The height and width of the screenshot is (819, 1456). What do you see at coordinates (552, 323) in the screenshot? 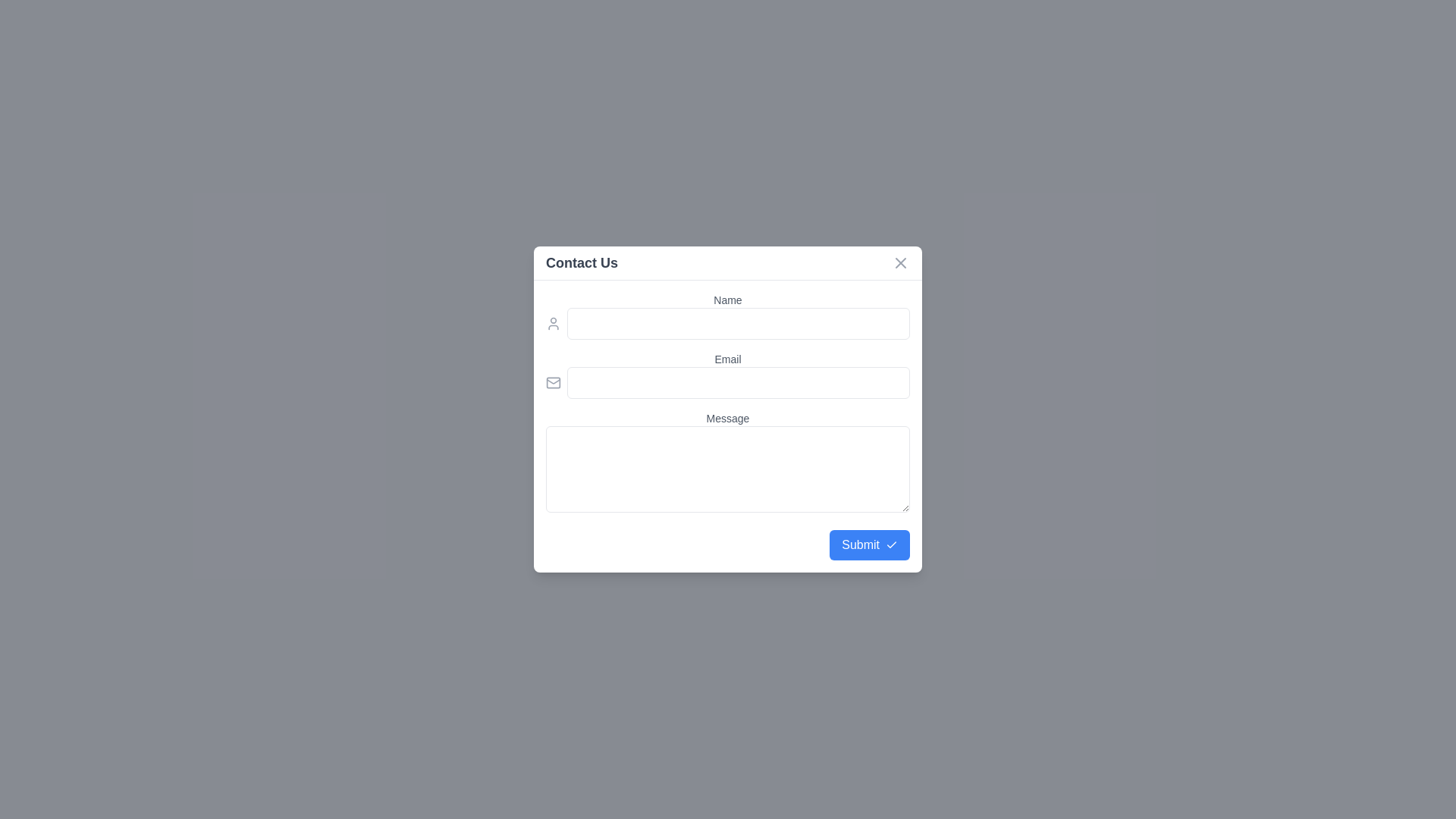
I see `the icon that indicates the input field for the user's name, located to the left of the 'Name' input field` at bounding box center [552, 323].